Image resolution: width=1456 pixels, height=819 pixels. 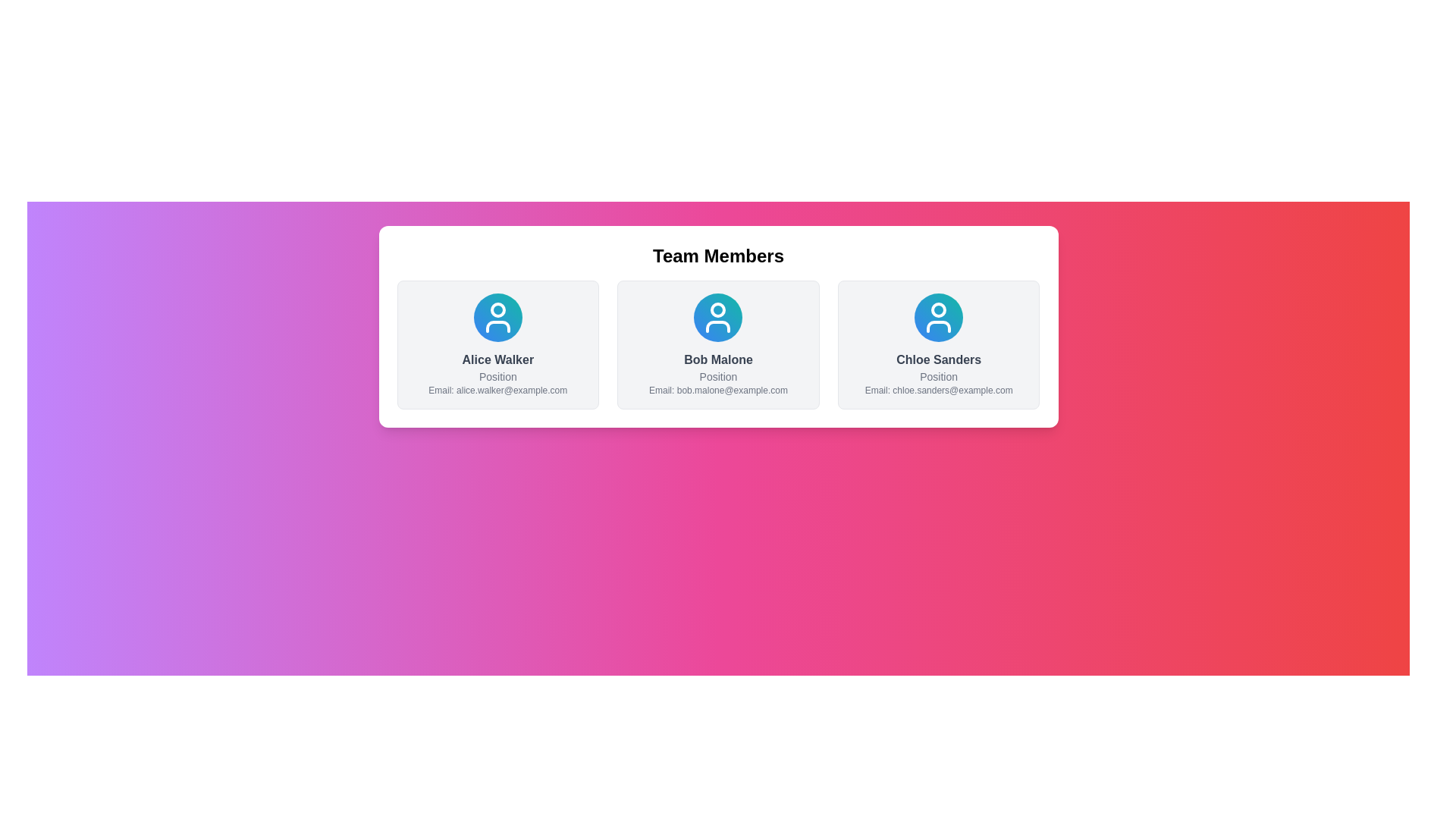 I want to click on the label displaying 'Bob Malone', which is the second element in a horizontal row of cards, positioned under the circular icon and above the text 'Position', so click(x=717, y=359).